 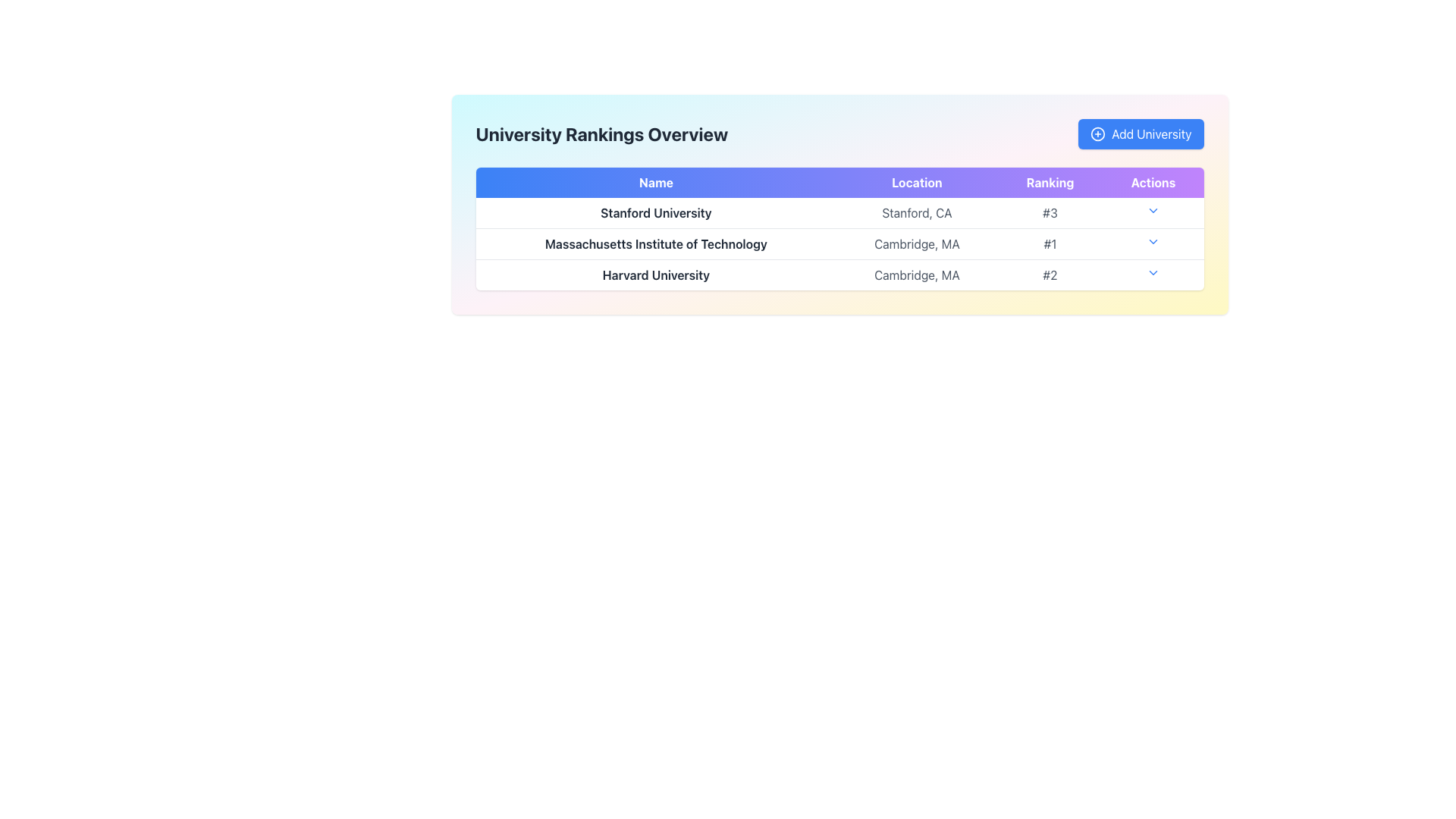 I want to click on the small downward-pointing blue arrow icon in the last column under 'Actions' for 'Harvard University', so click(x=1153, y=275).